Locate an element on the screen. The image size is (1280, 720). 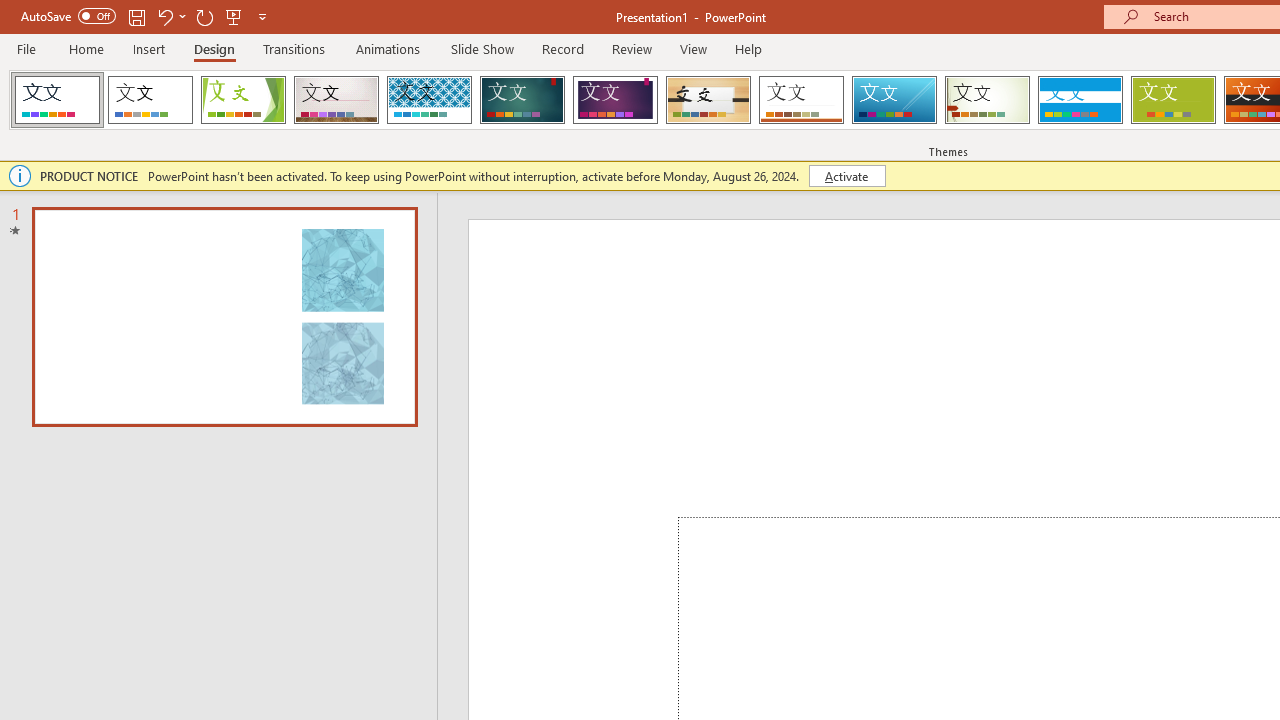
'Undo' is located at coordinates (170, 16).